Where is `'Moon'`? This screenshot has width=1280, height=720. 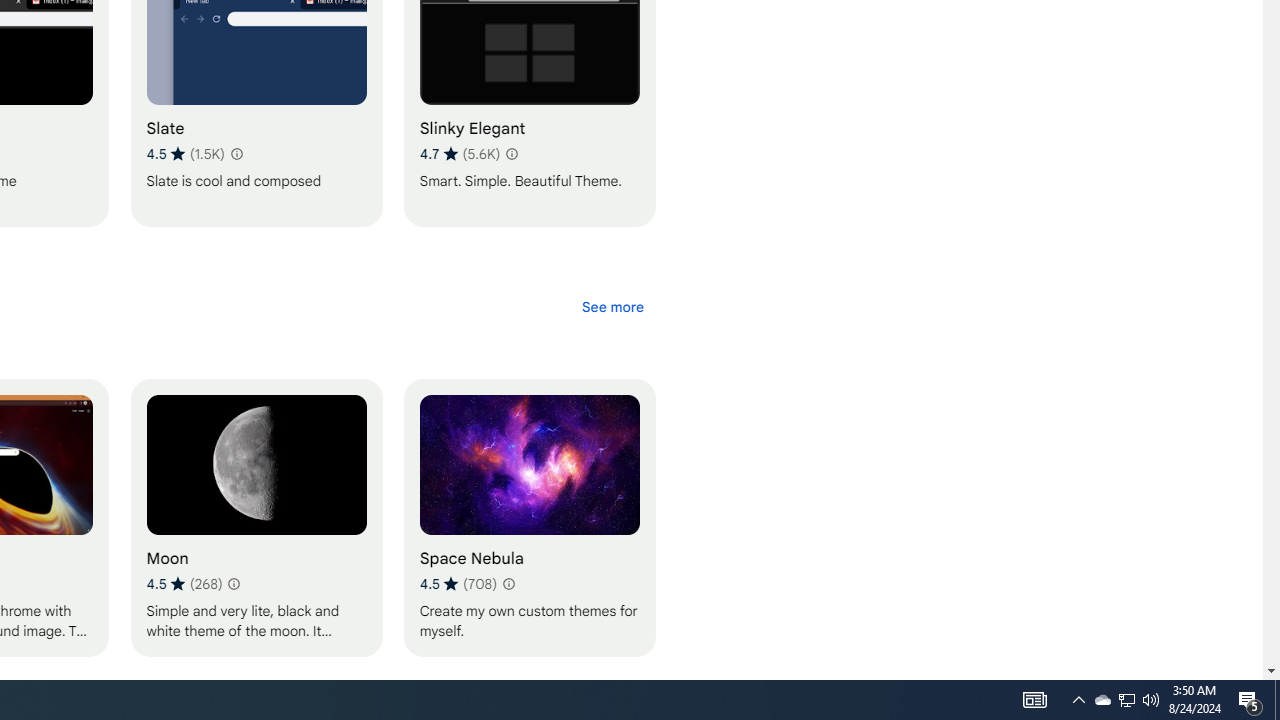
'Moon' is located at coordinates (255, 516).